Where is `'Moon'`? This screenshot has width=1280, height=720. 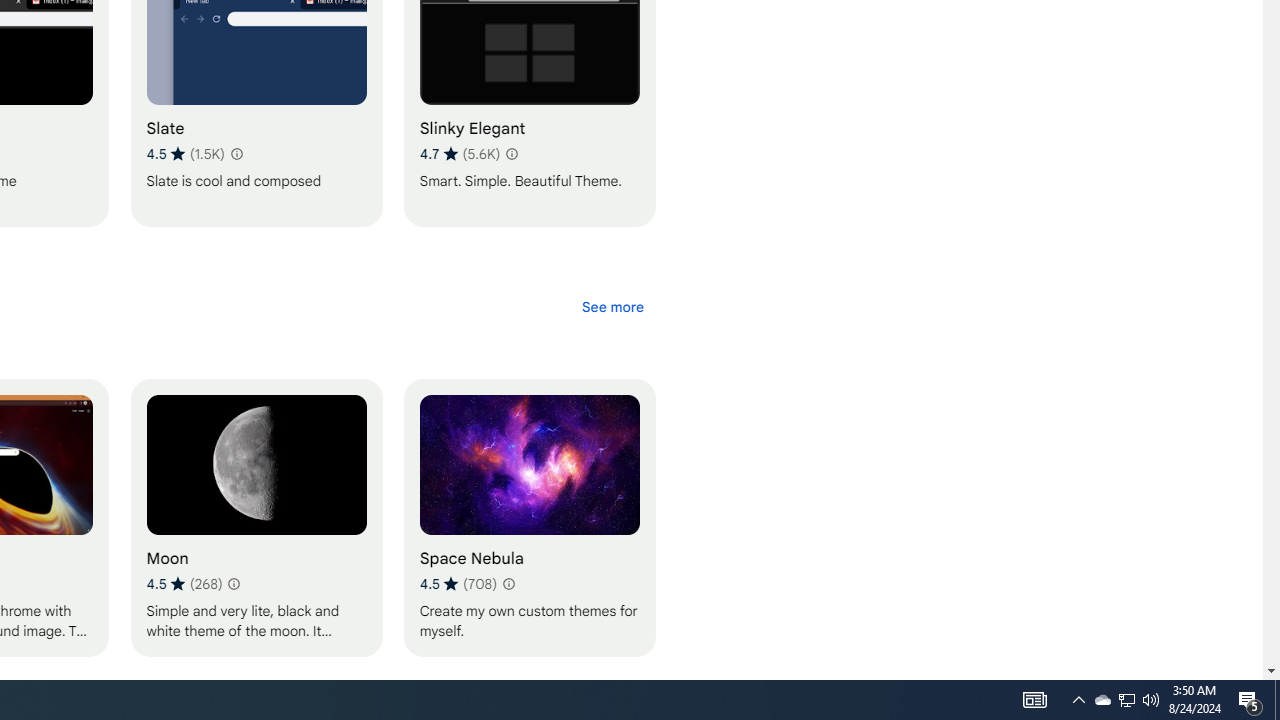
'Moon' is located at coordinates (255, 516).